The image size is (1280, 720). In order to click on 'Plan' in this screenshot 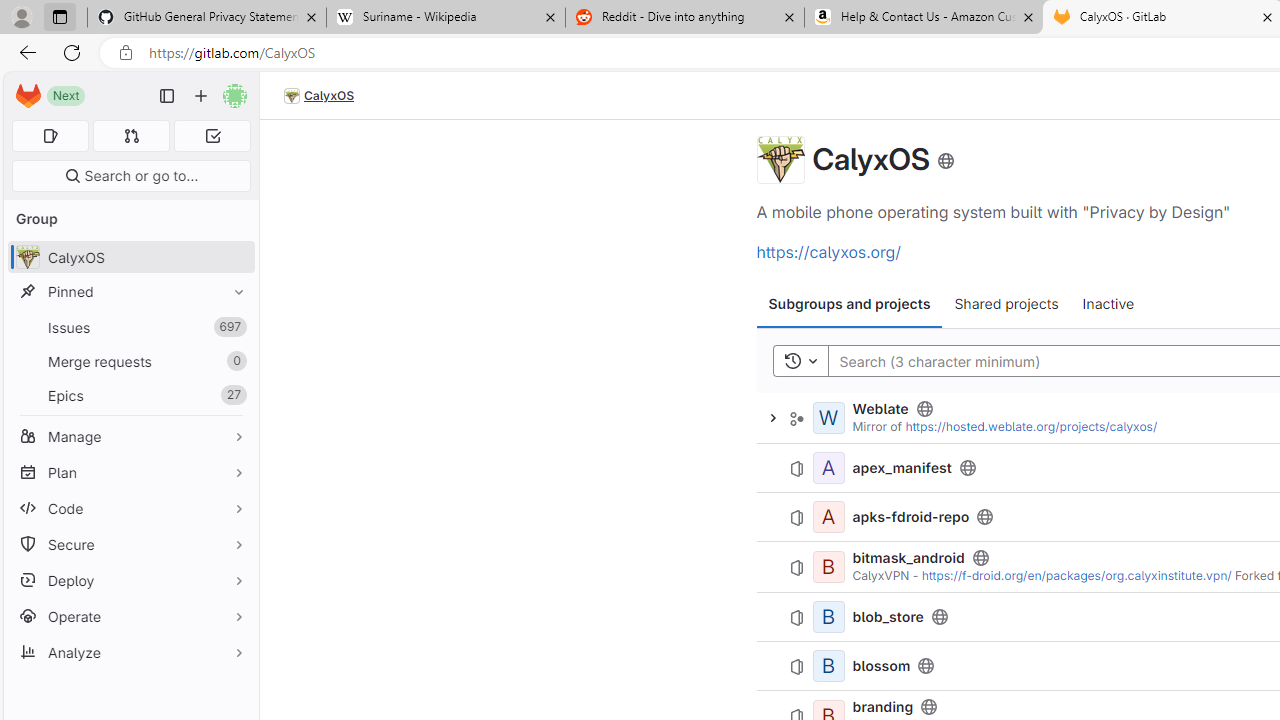, I will do `click(130, 472)`.